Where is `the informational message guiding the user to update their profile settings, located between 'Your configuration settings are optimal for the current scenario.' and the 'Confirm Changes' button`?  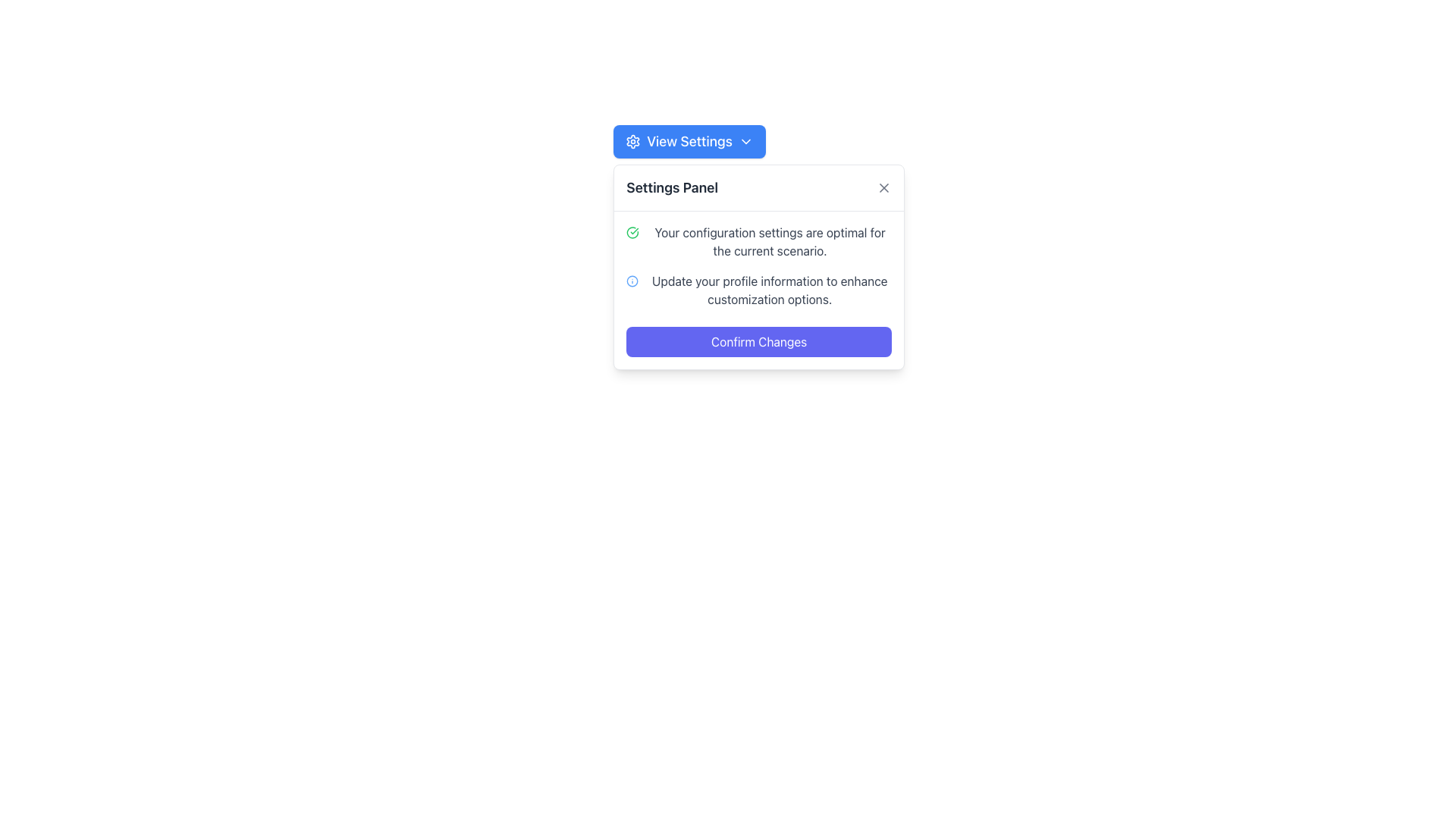
the informational message guiding the user to update their profile settings, located between 'Your configuration settings are optimal for the current scenario.' and the 'Confirm Changes' button is located at coordinates (759, 290).